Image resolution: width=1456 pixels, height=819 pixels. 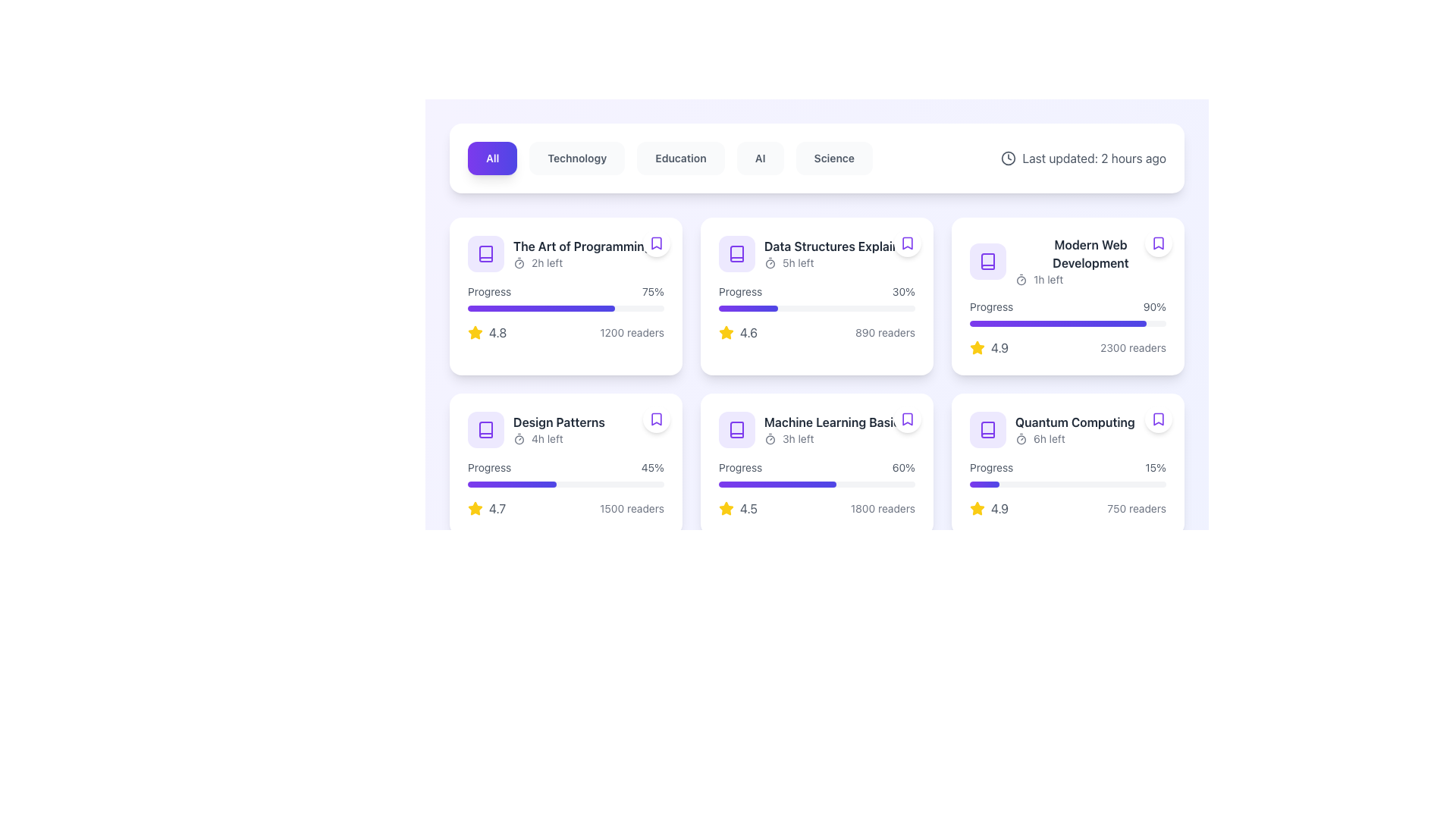 I want to click on the violet book icon located in the upper left segment of the card titled 'The Art of Programming' to interact with it, so click(x=486, y=253).